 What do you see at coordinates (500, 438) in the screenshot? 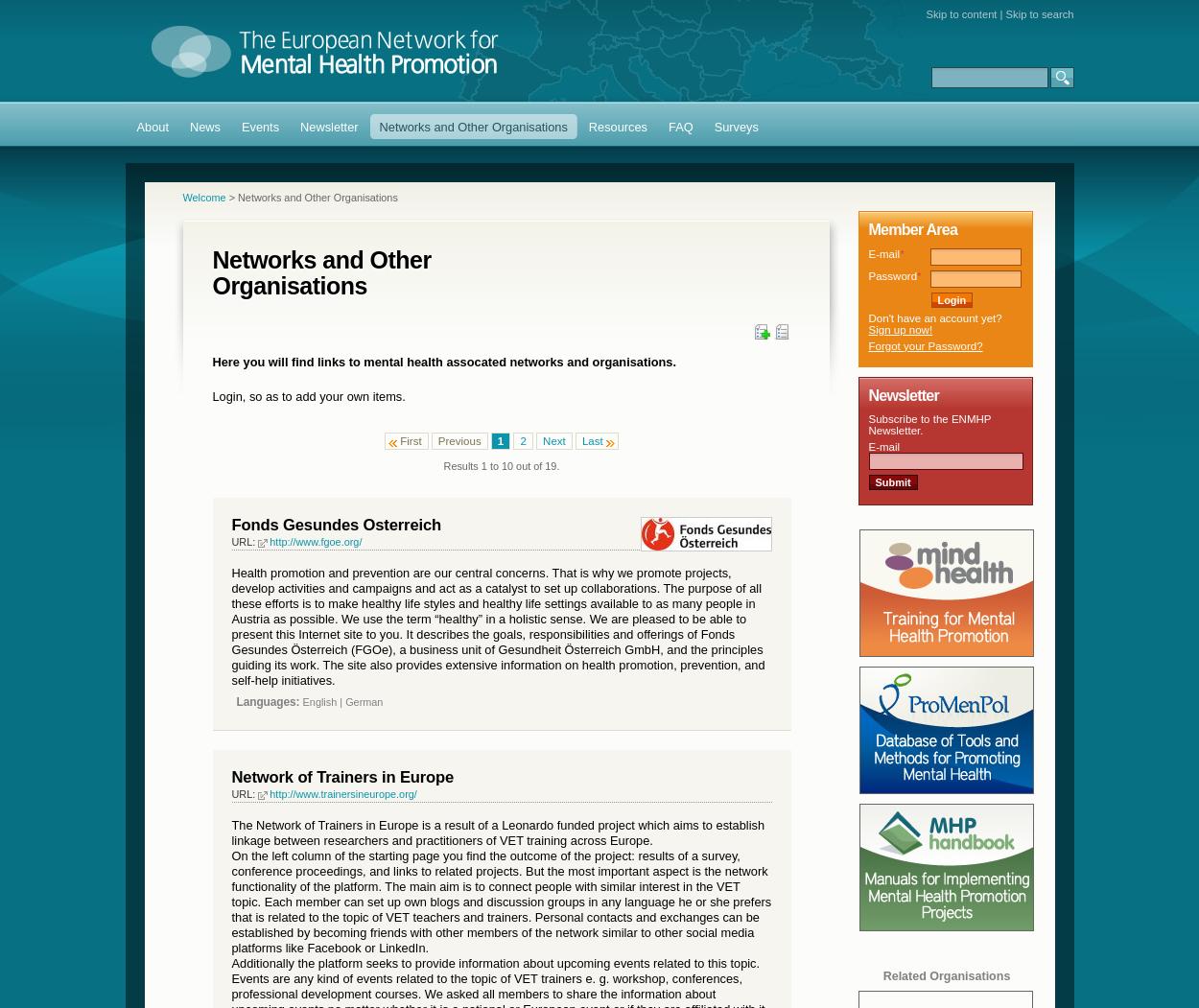
I see `'1'` at bounding box center [500, 438].